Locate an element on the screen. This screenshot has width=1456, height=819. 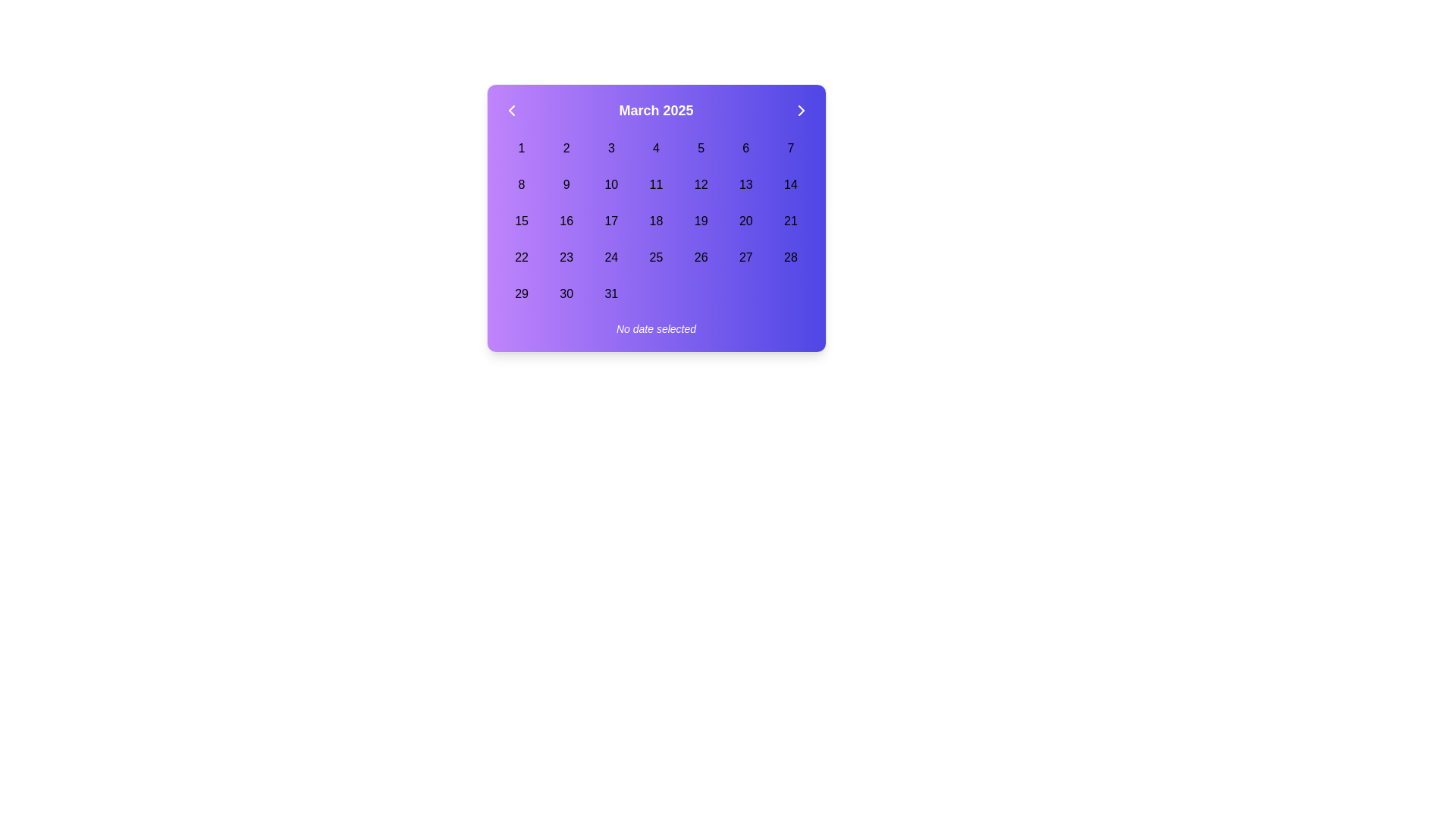
the button representing the 28th day of the month in the calendar interface is located at coordinates (789, 256).